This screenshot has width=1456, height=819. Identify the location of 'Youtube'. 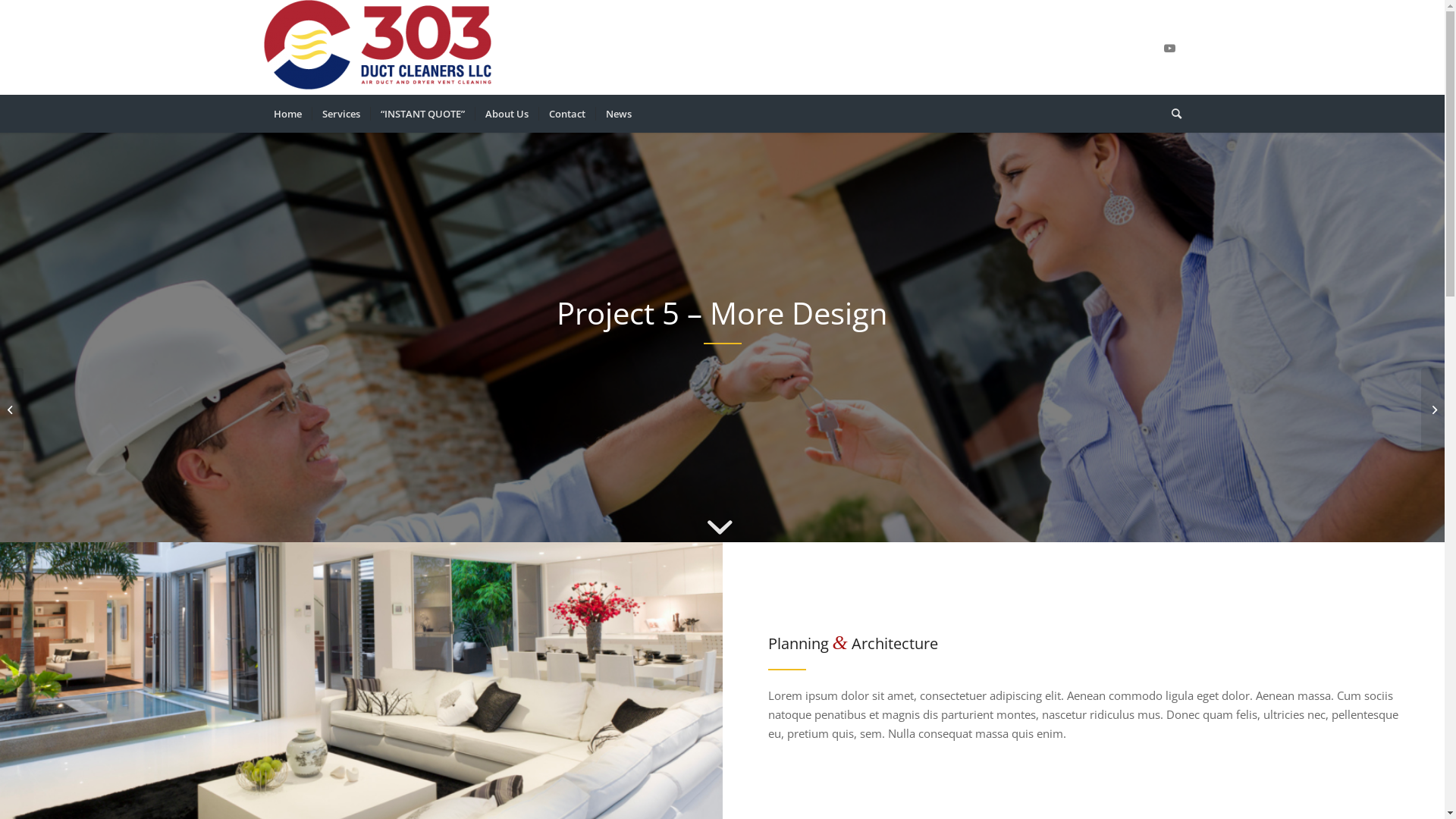
(1169, 46).